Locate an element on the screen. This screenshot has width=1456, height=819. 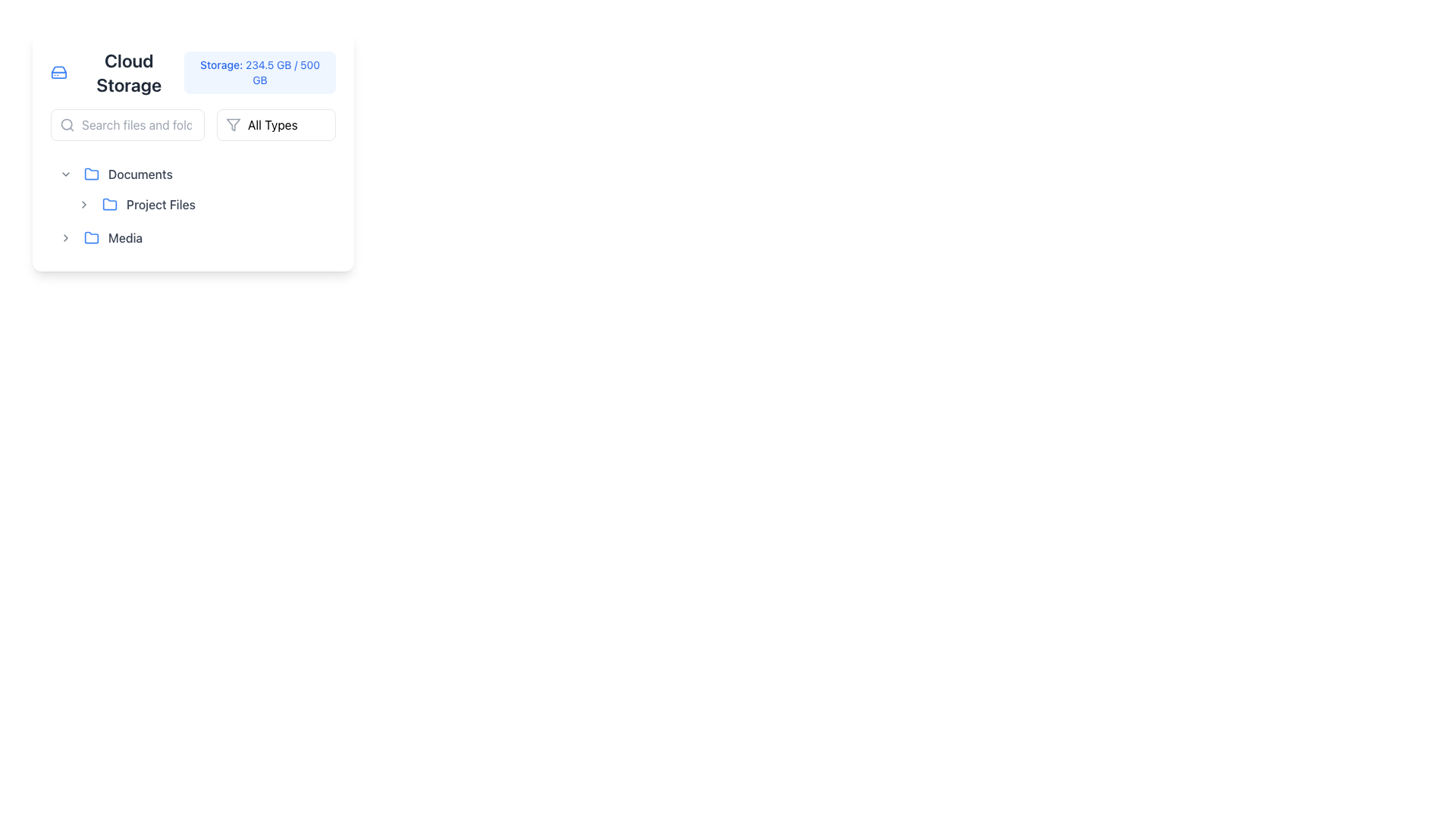
the downward-pointing gray triangular icon is located at coordinates (64, 174).